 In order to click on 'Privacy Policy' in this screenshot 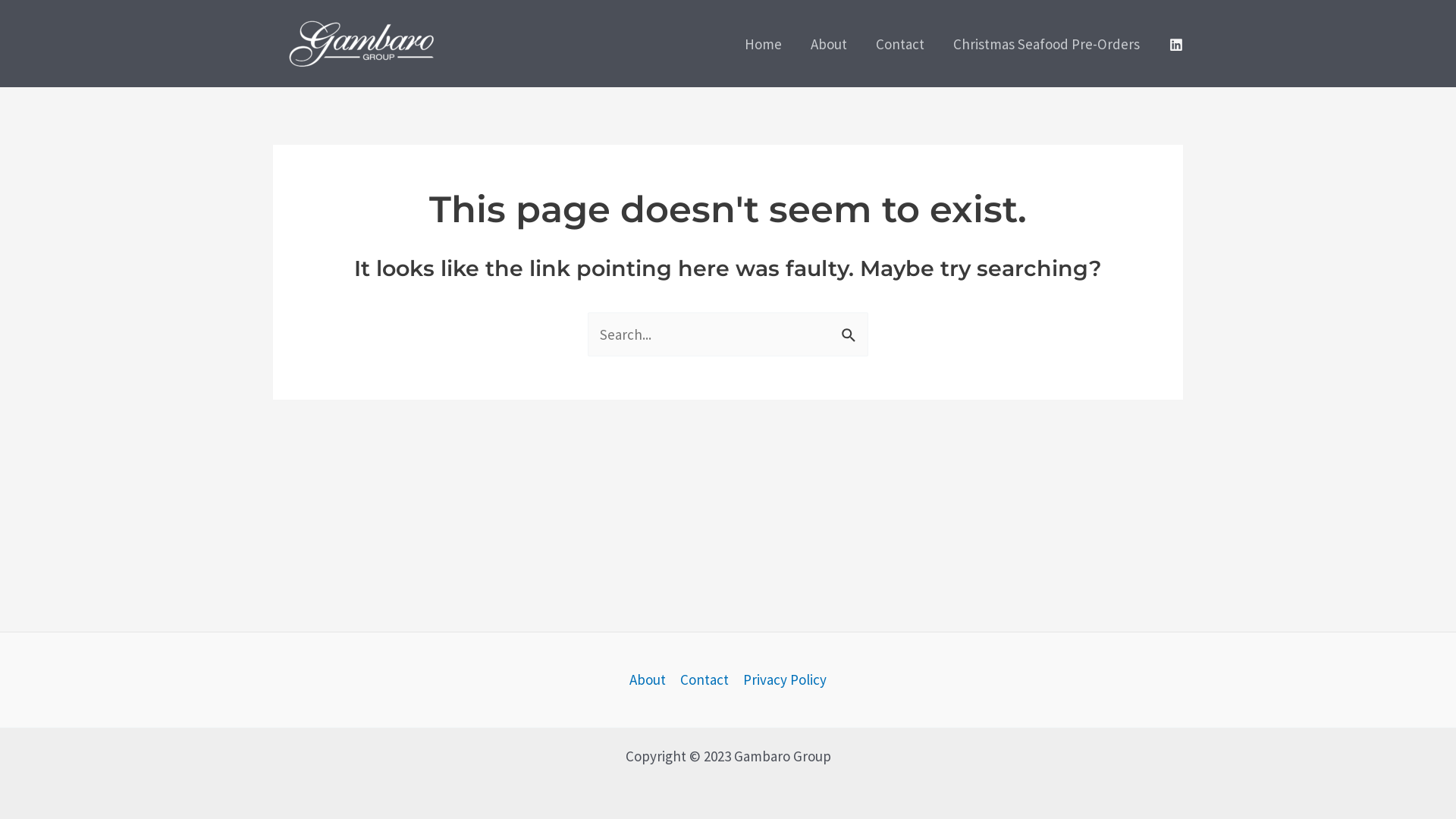, I will do `click(781, 679)`.